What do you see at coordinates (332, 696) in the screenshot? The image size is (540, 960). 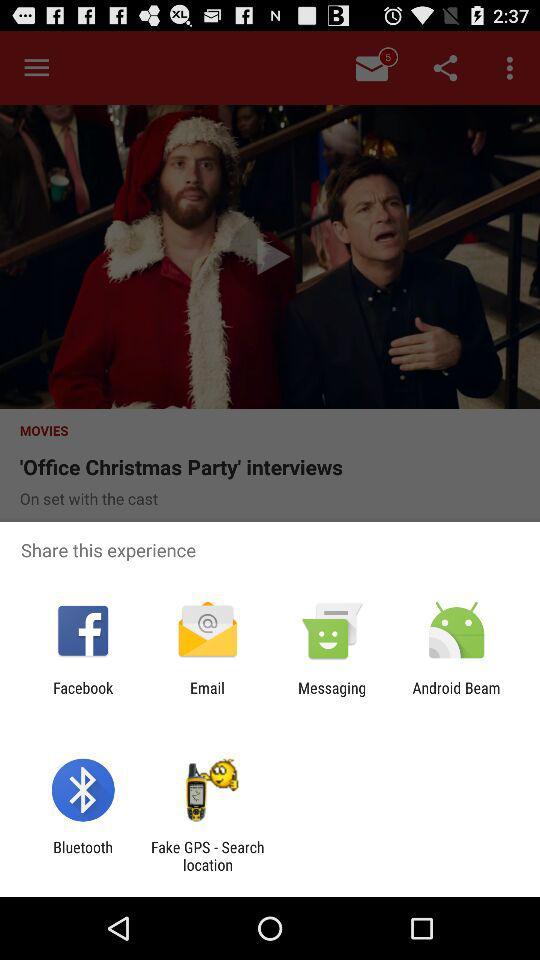 I see `the icon next to the android beam icon` at bounding box center [332, 696].